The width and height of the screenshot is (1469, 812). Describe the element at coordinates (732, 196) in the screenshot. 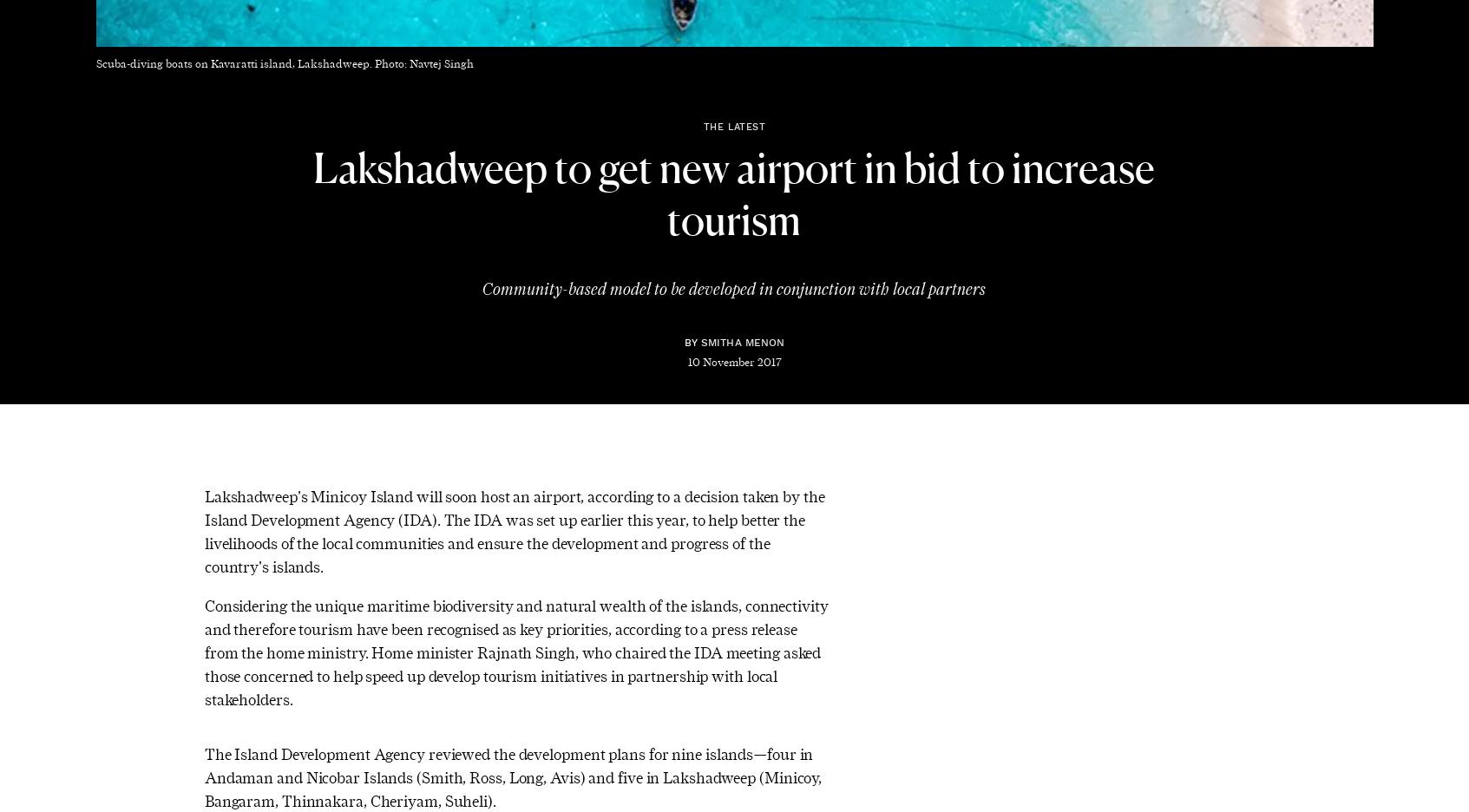

I see `'Lakshadweep to get new airport in bid to increase tourism'` at that location.